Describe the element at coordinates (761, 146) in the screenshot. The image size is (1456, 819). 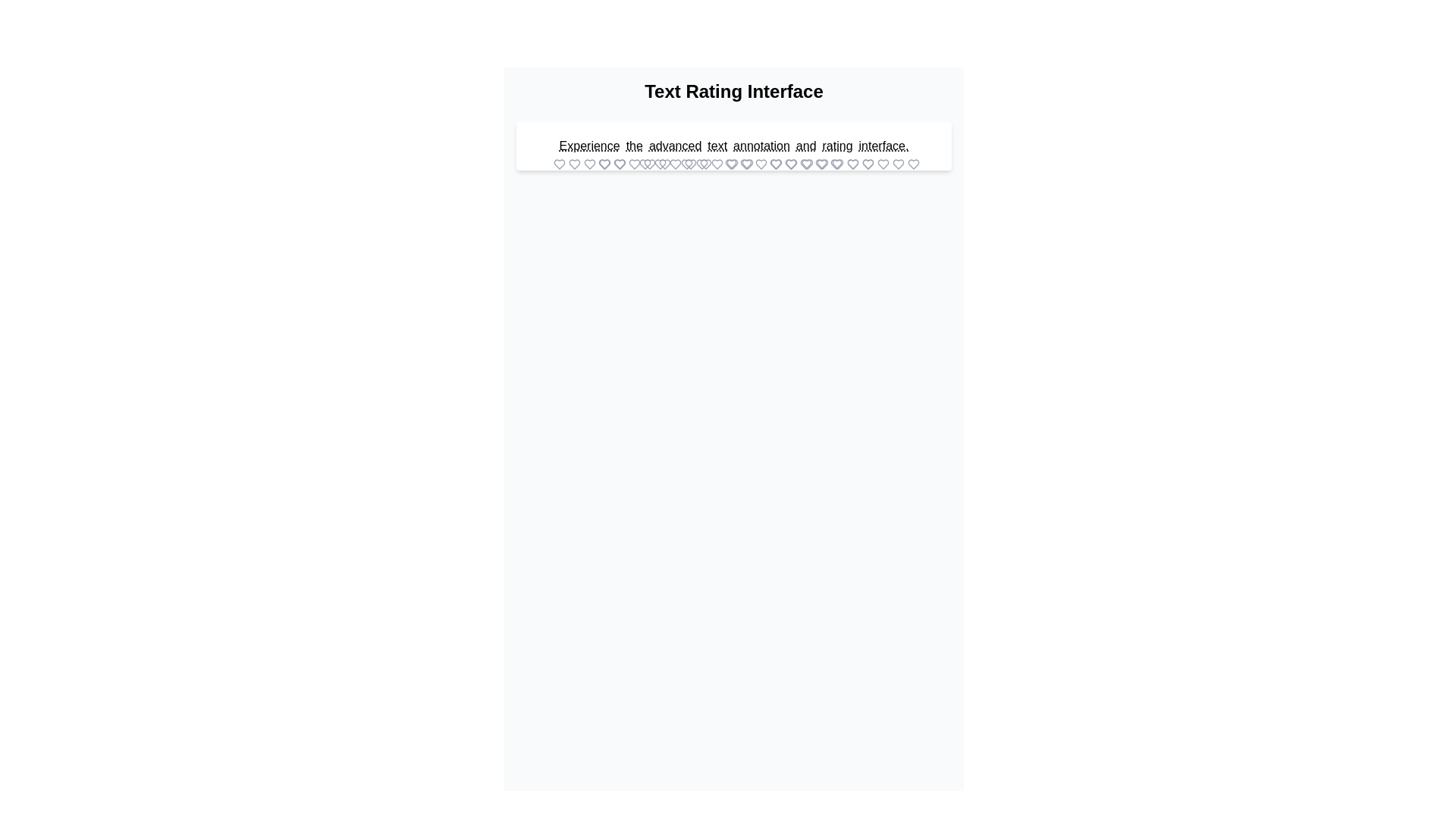
I see `the word annotation to select it for rating` at that location.